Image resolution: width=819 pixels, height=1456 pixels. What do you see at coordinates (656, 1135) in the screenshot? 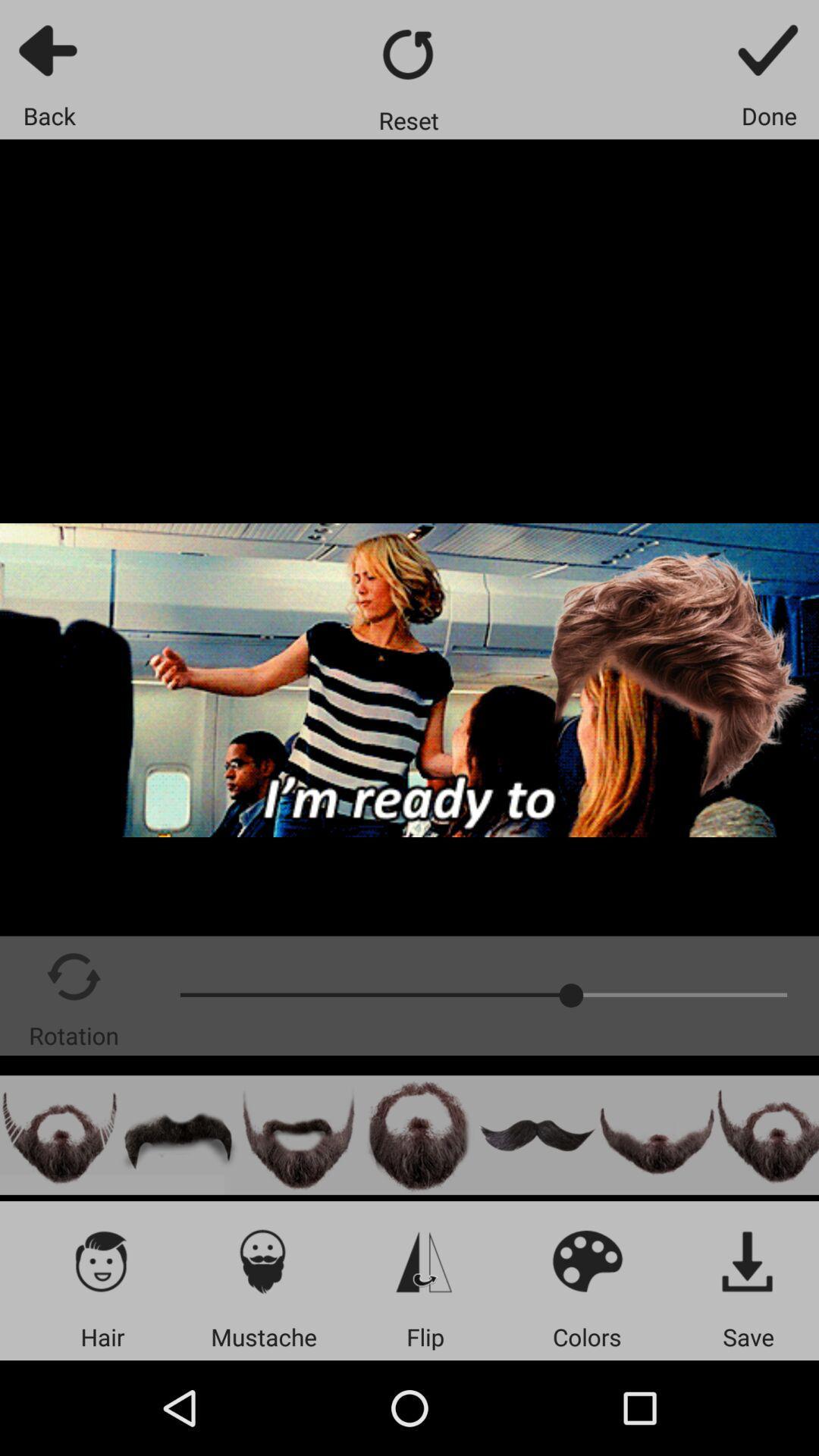
I see `beard without mustache` at bounding box center [656, 1135].